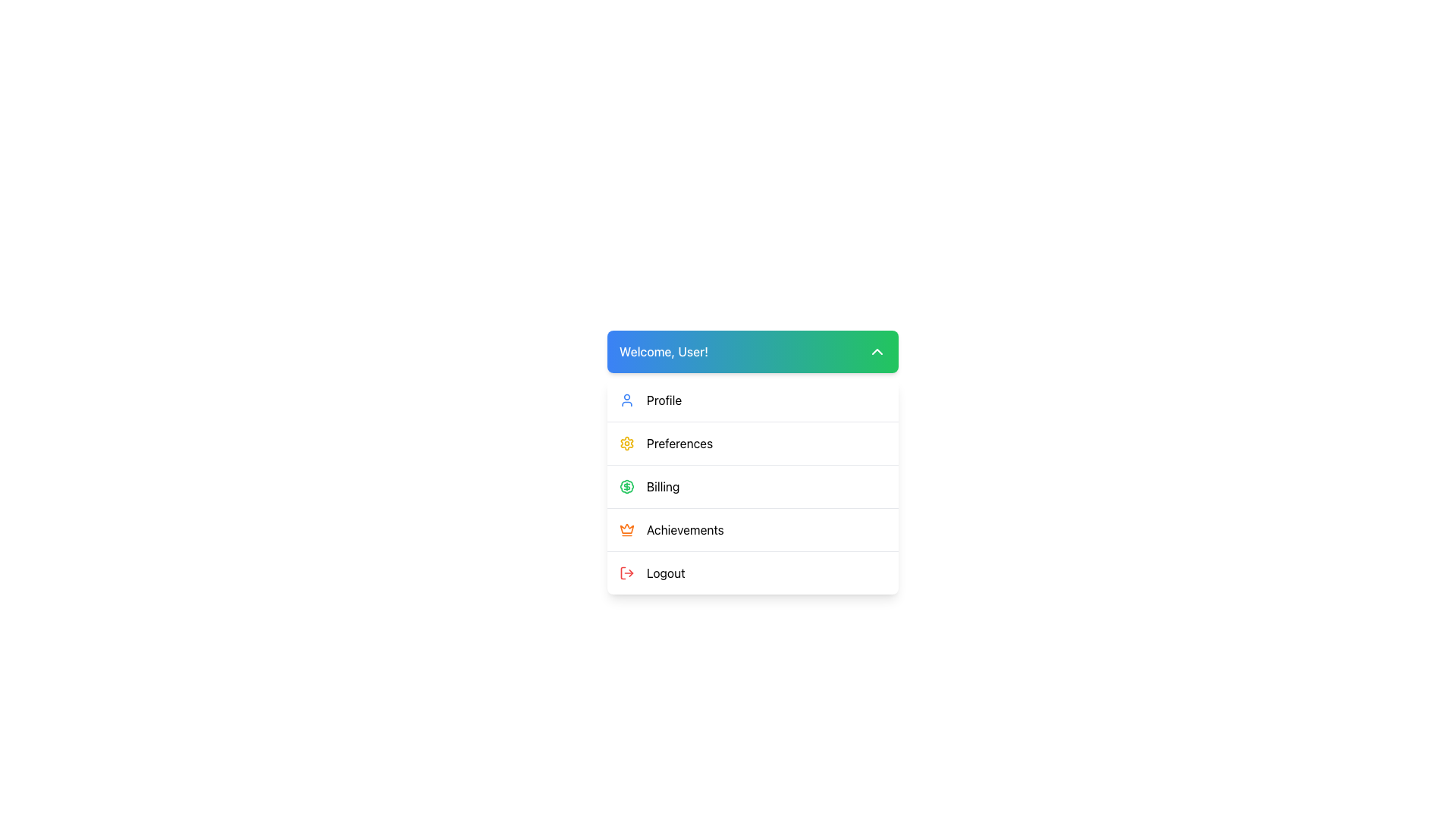  I want to click on the yellow gear icon associated with the 'Preferences' label located in the dropdown menu, so click(626, 444).